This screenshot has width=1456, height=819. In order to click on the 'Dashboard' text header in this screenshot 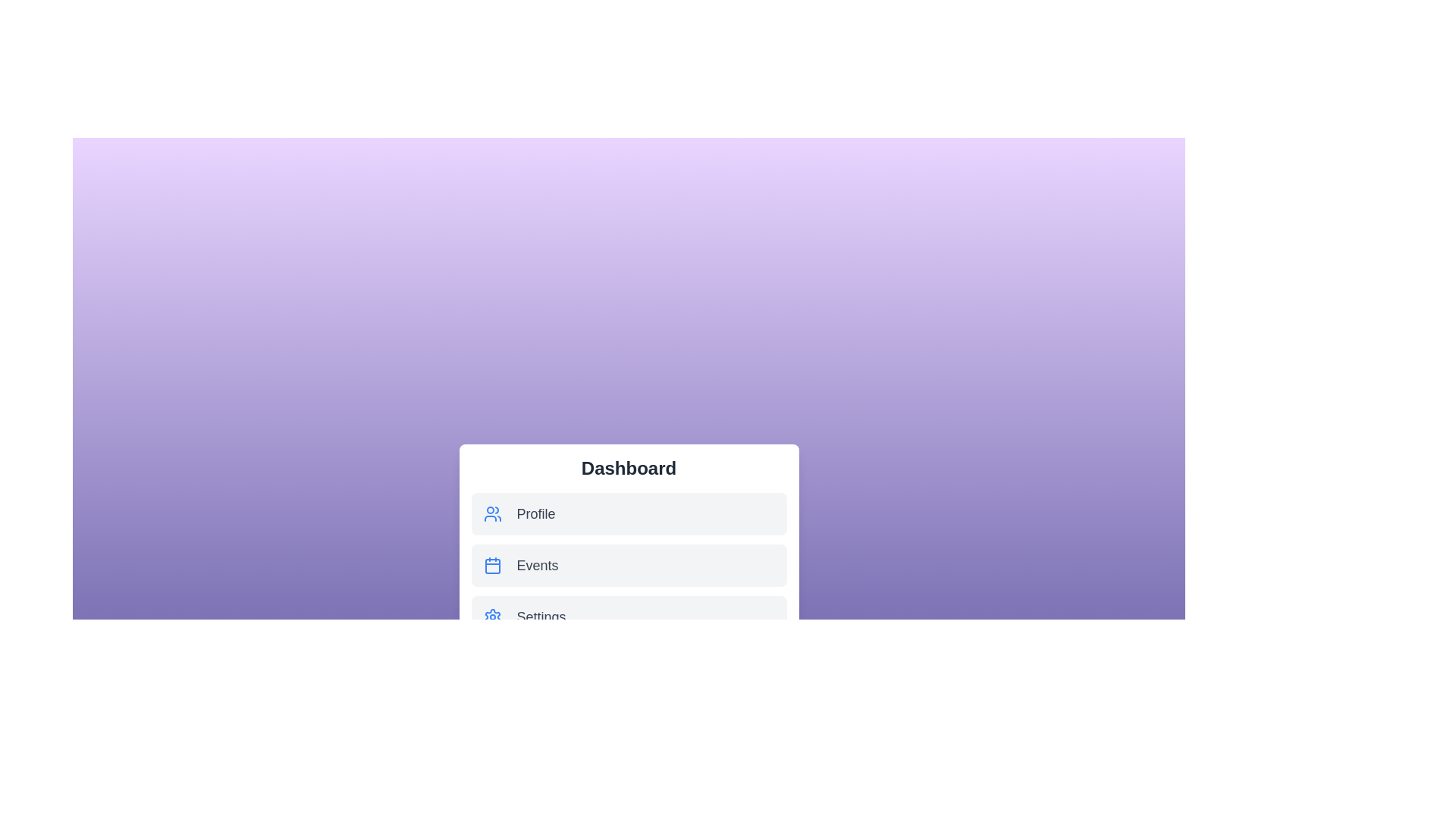, I will do `click(629, 467)`.